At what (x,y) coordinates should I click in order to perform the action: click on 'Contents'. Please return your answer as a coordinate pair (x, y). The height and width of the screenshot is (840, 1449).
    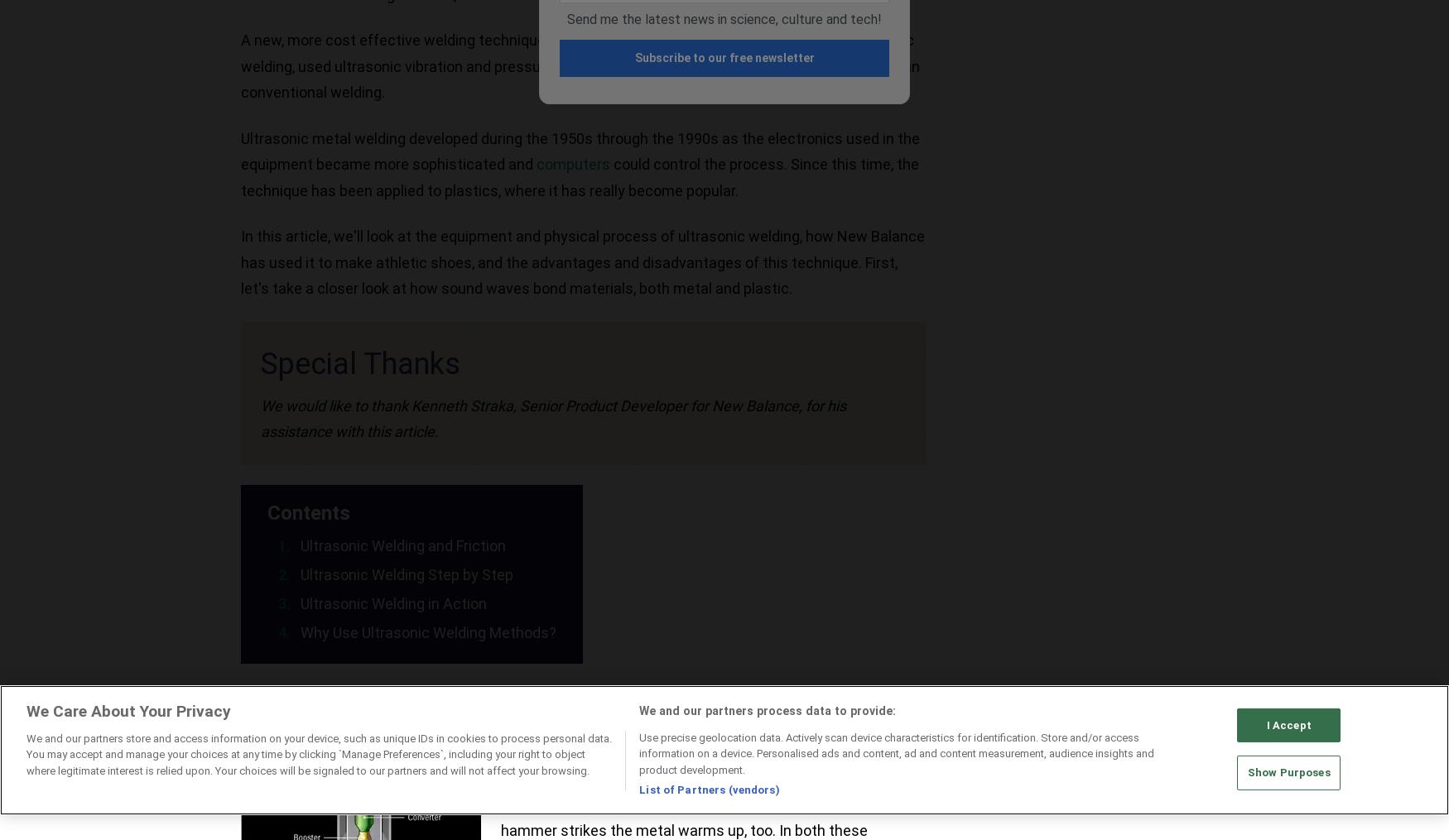
    Looking at the image, I should click on (308, 511).